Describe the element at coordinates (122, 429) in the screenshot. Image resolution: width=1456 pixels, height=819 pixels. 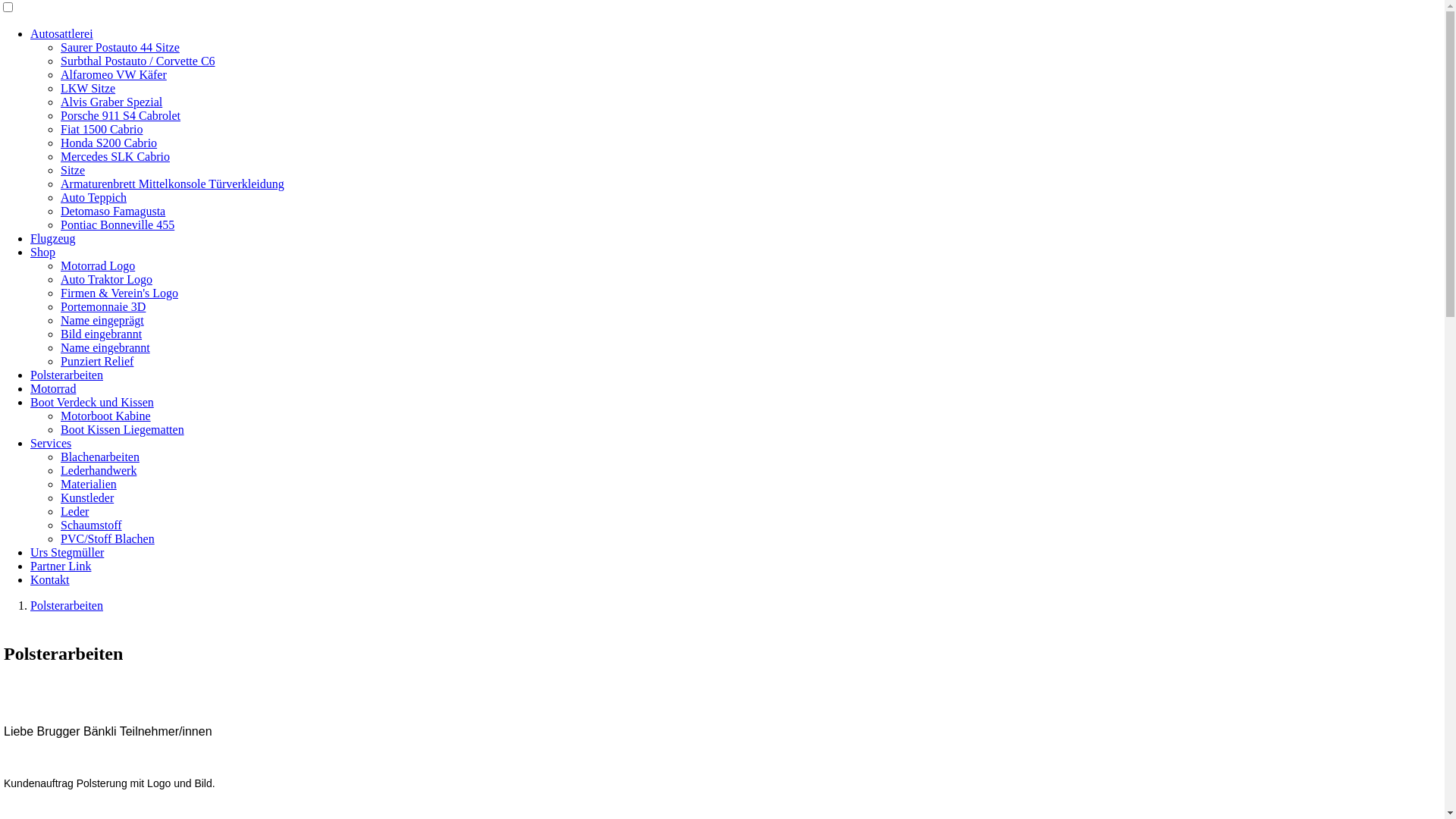
I see `'Boot Kissen Liegematten'` at that location.